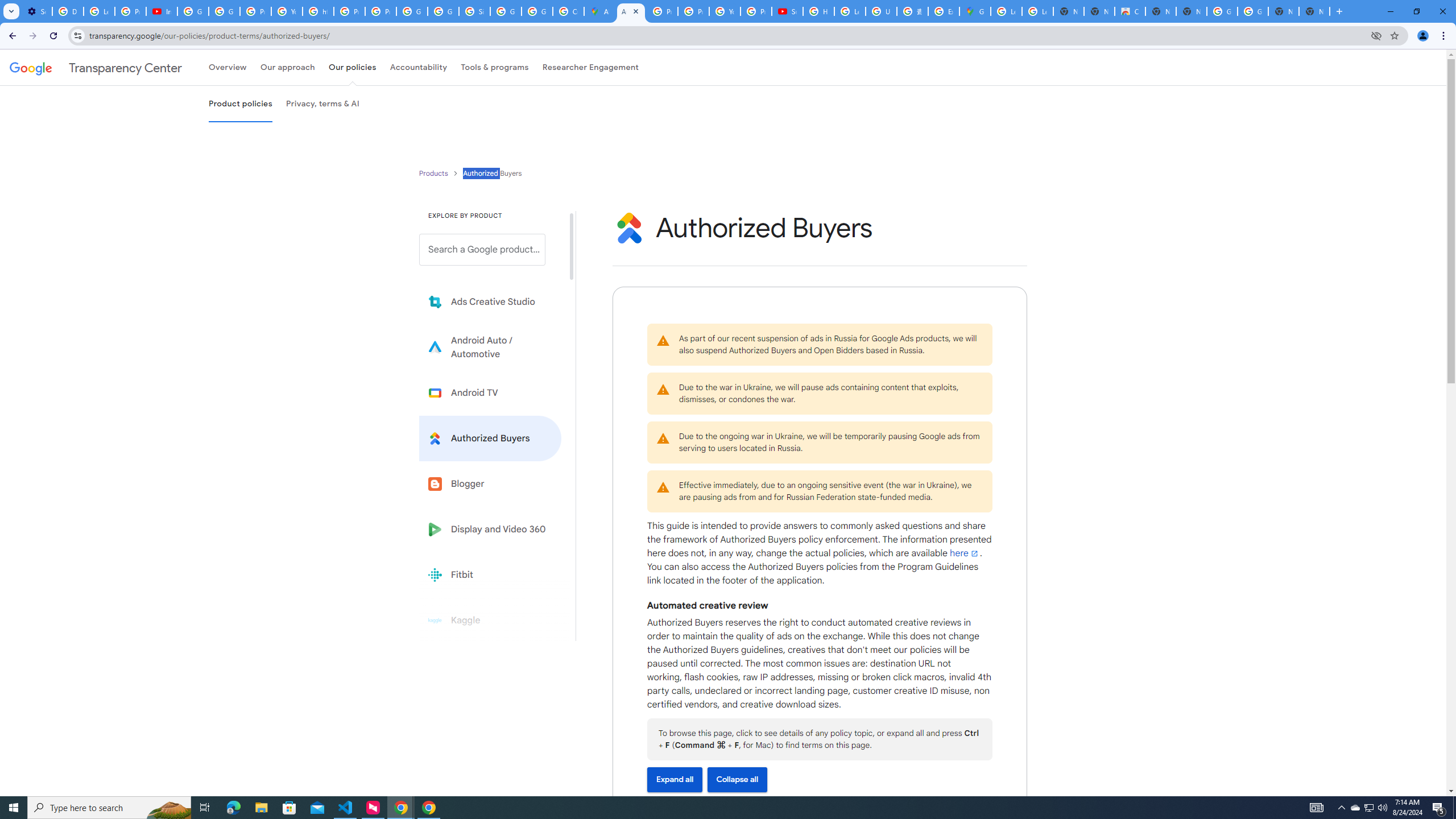  What do you see at coordinates (227, 67) in the screenshot?
I see `'Overview'` at bounding box center [227, 67].